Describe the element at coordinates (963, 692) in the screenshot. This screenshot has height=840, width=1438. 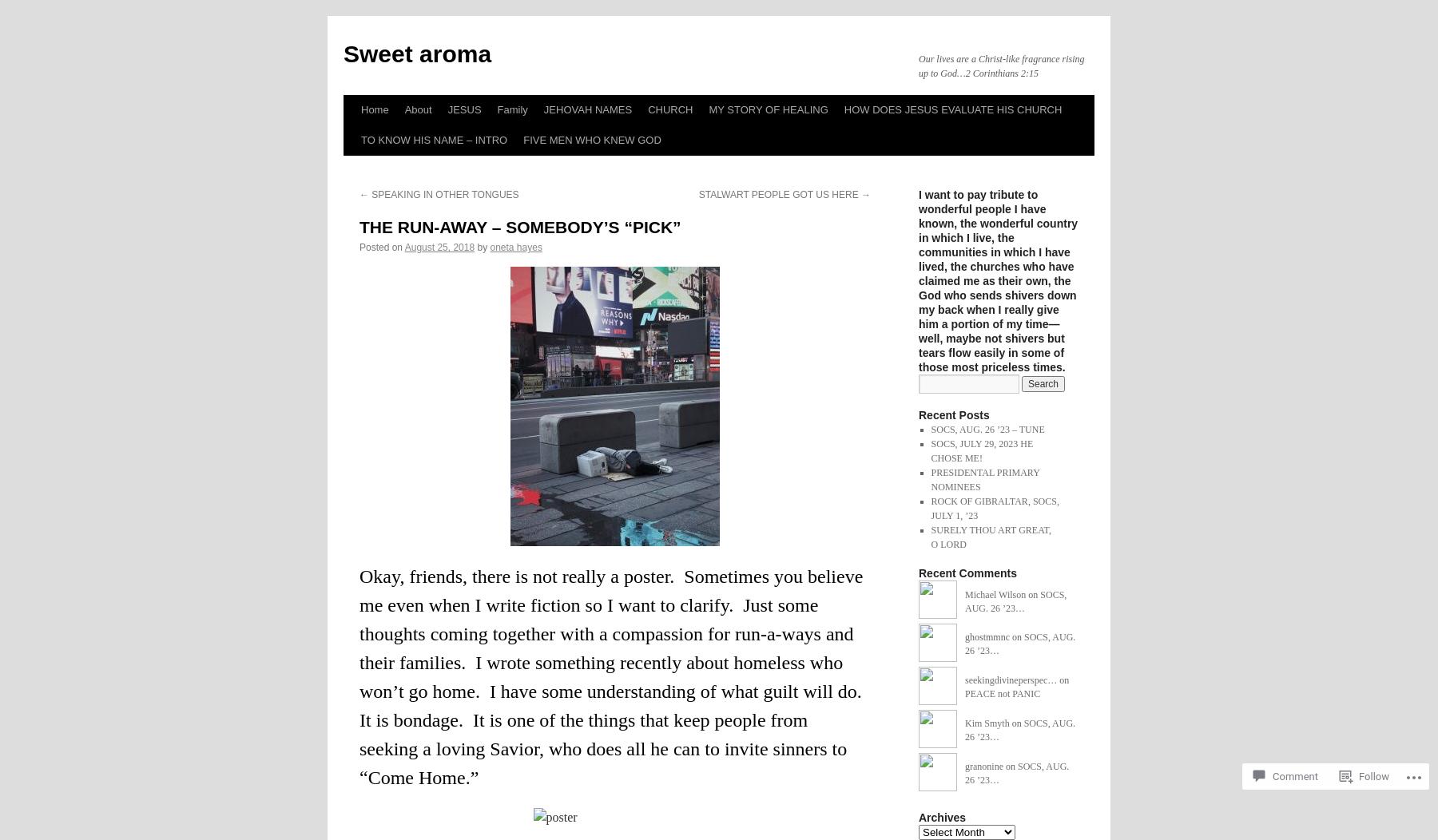
I see `'PEACE not PANIC'` at that location.